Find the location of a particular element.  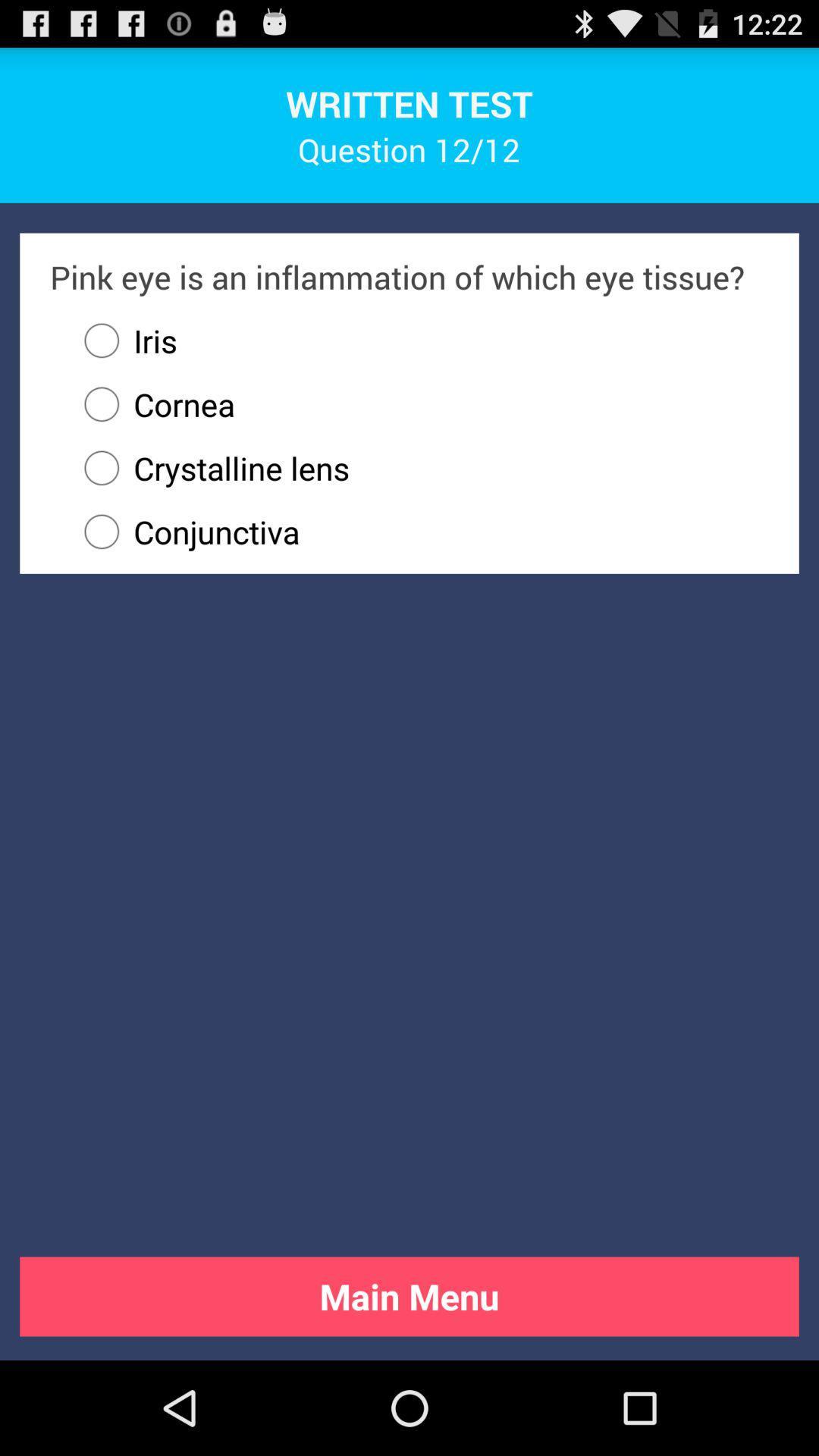

button above main menu is located at coordinates (419, 532).